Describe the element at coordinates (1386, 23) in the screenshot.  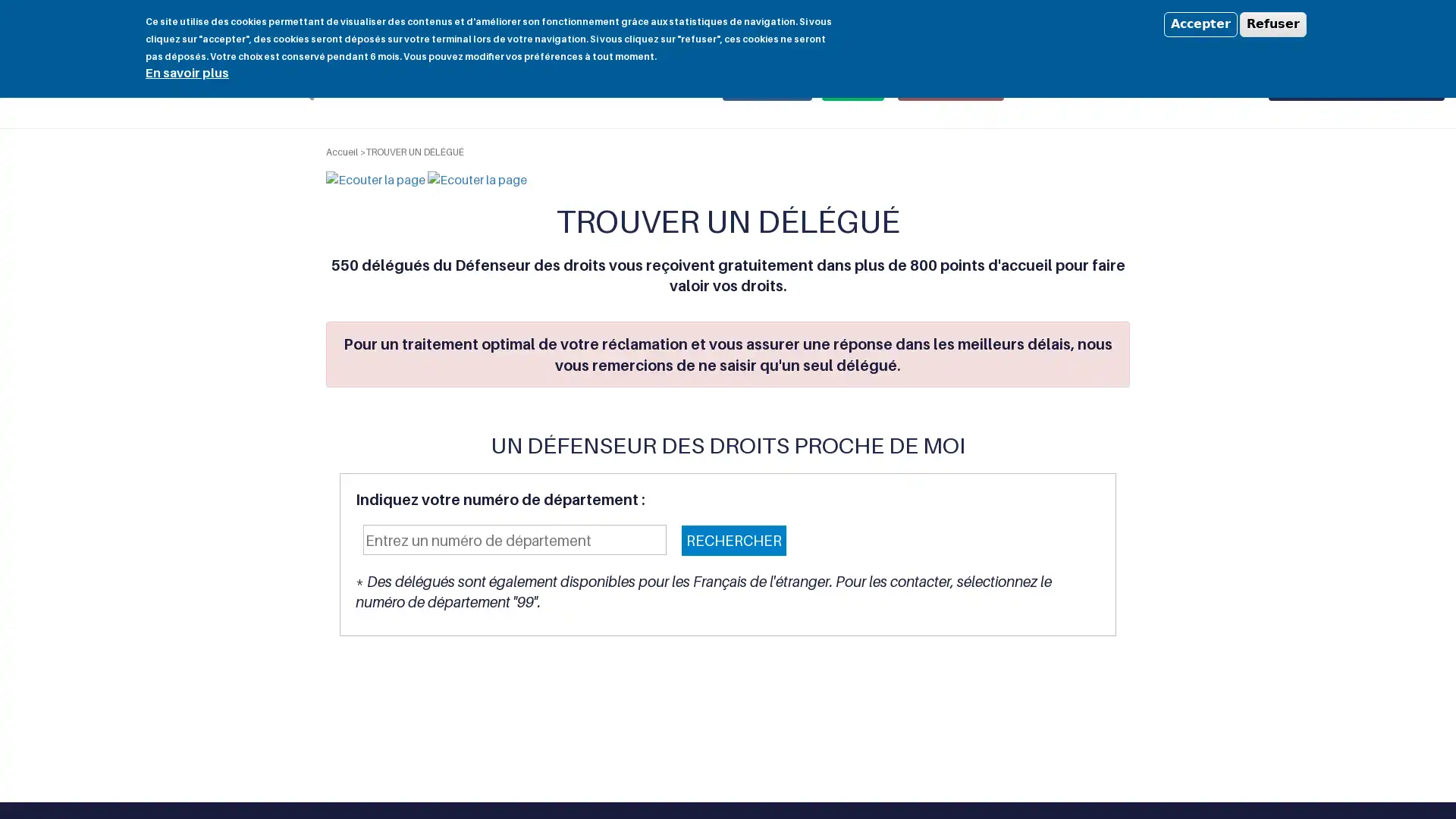
I see `FACIL'iti : Adaptez laffichage` at that location.